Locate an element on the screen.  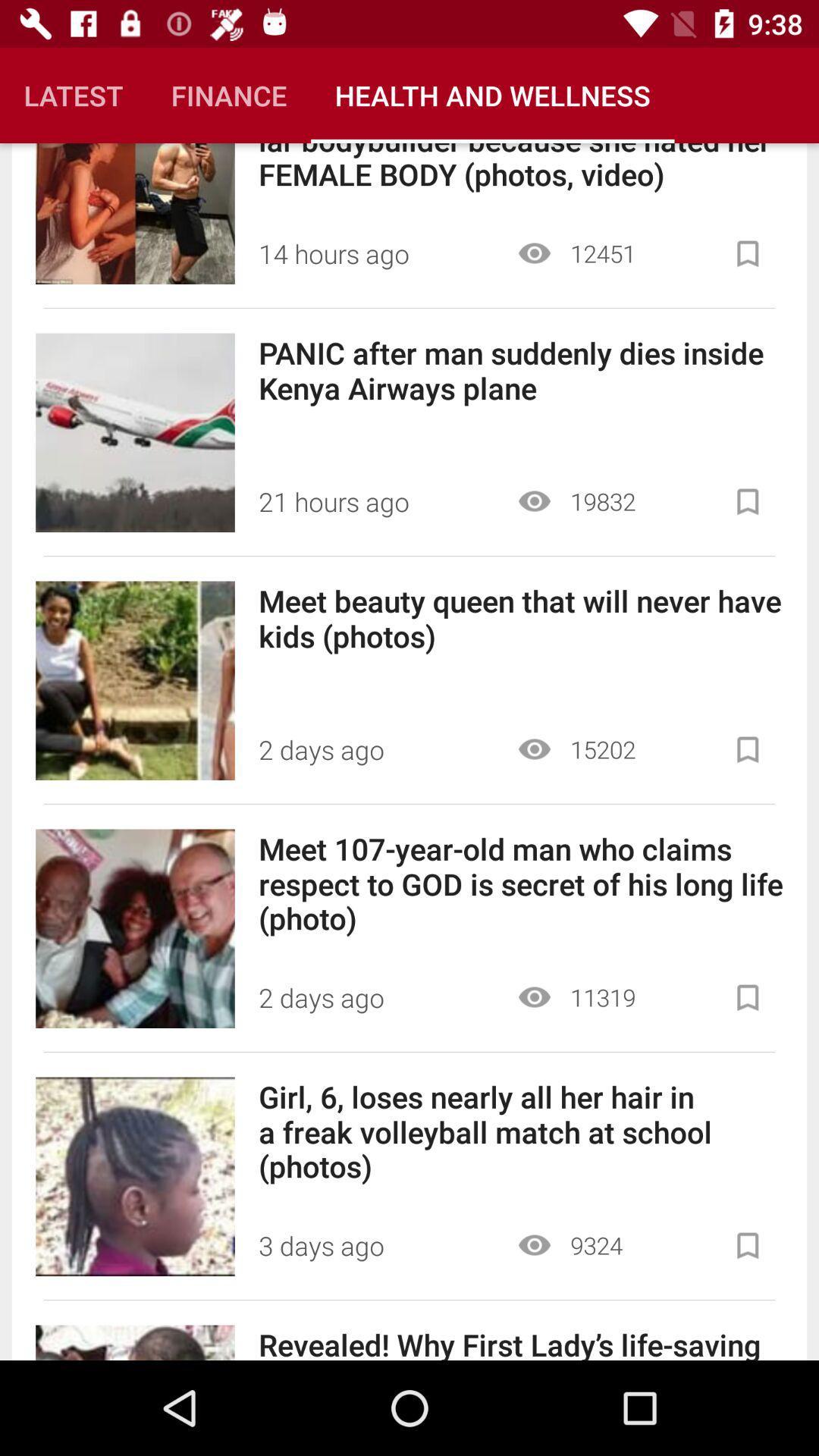
video as favorite is located at coordinates (747, 501).